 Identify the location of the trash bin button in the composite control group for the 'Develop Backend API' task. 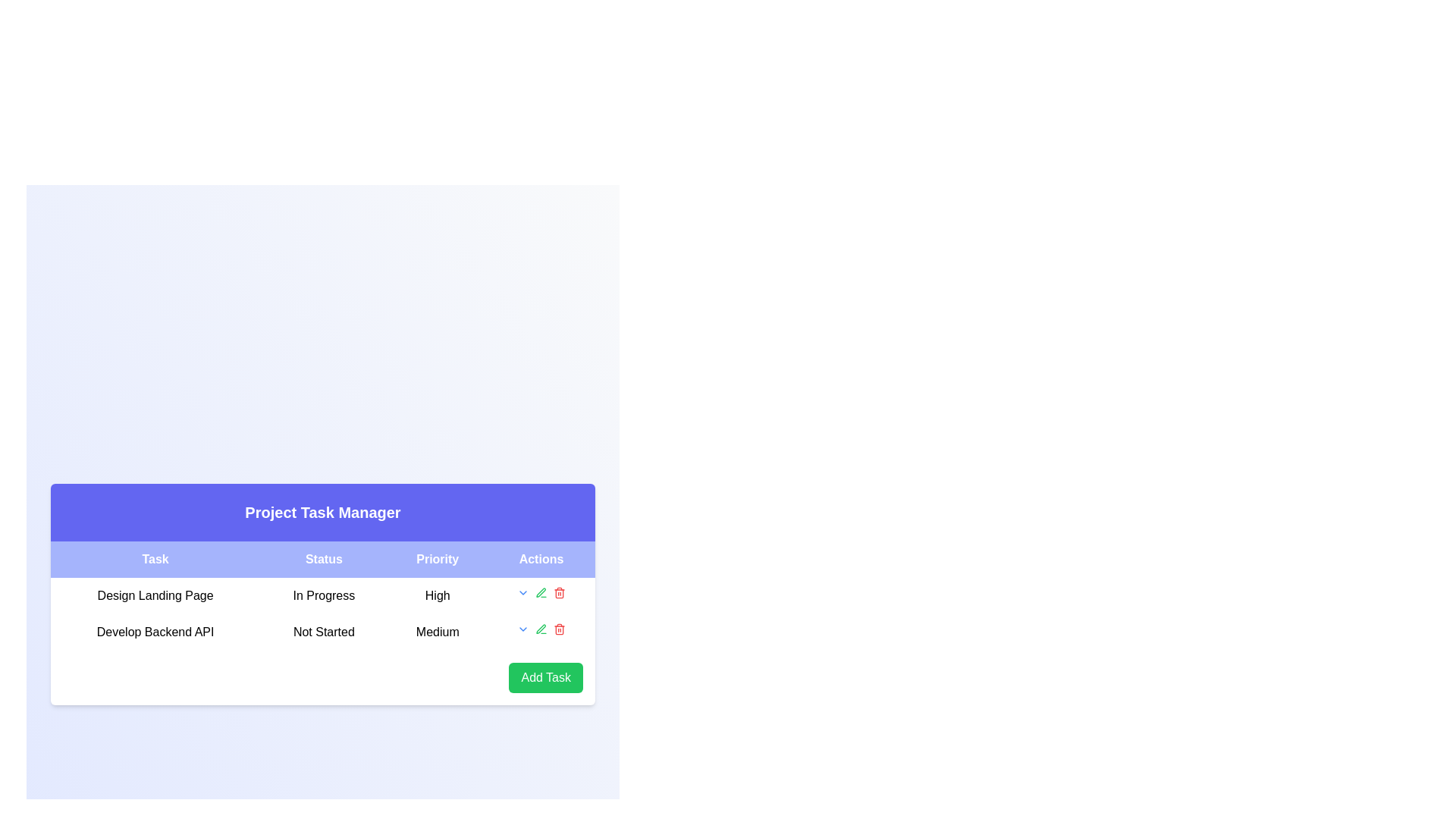
(541, 629).